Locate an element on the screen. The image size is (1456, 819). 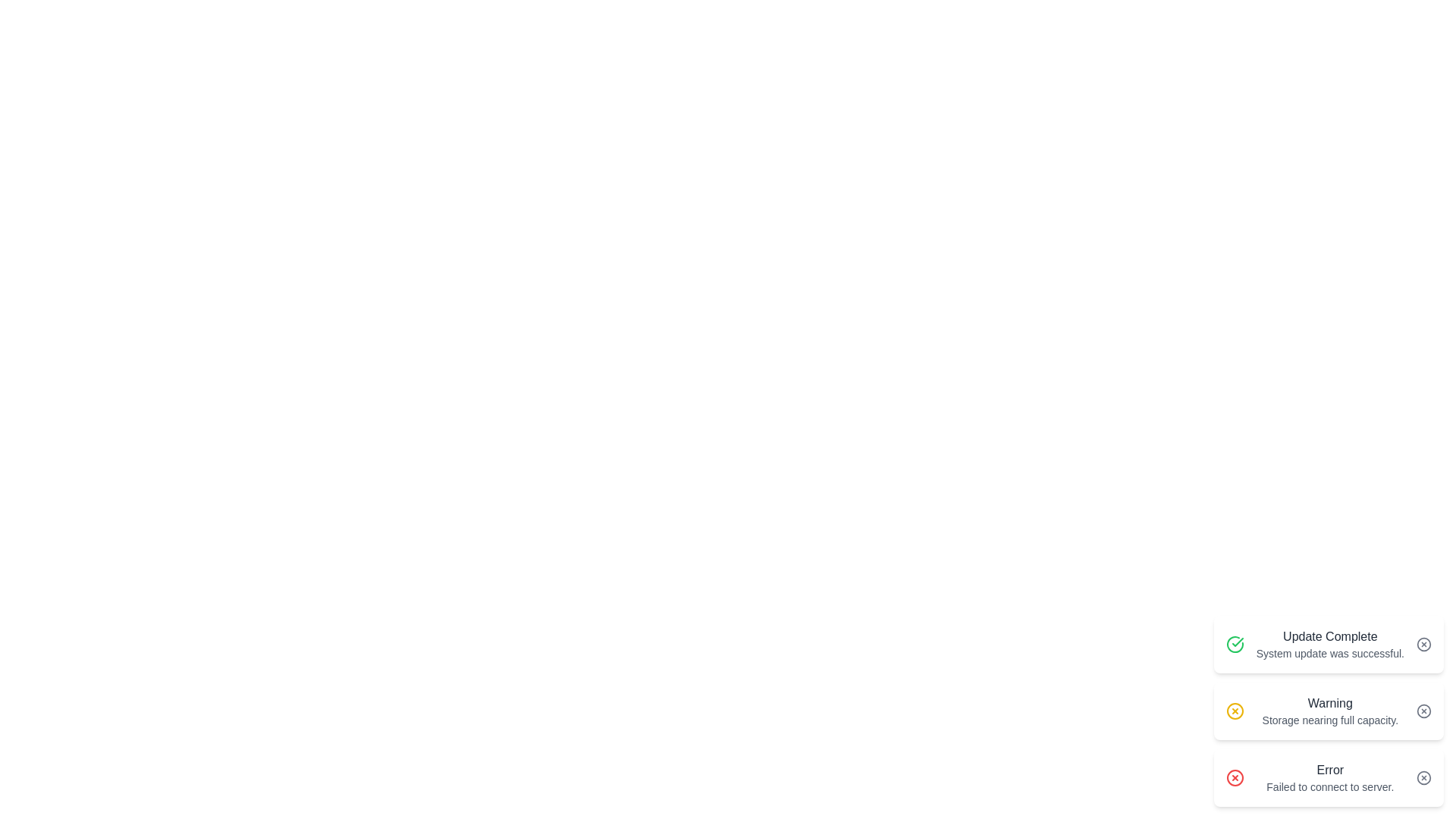
message that informs the user about the successful conclusion of the system update process, located below the 'Update Complete' text in the notification card is located at coordinates (1329, 652).